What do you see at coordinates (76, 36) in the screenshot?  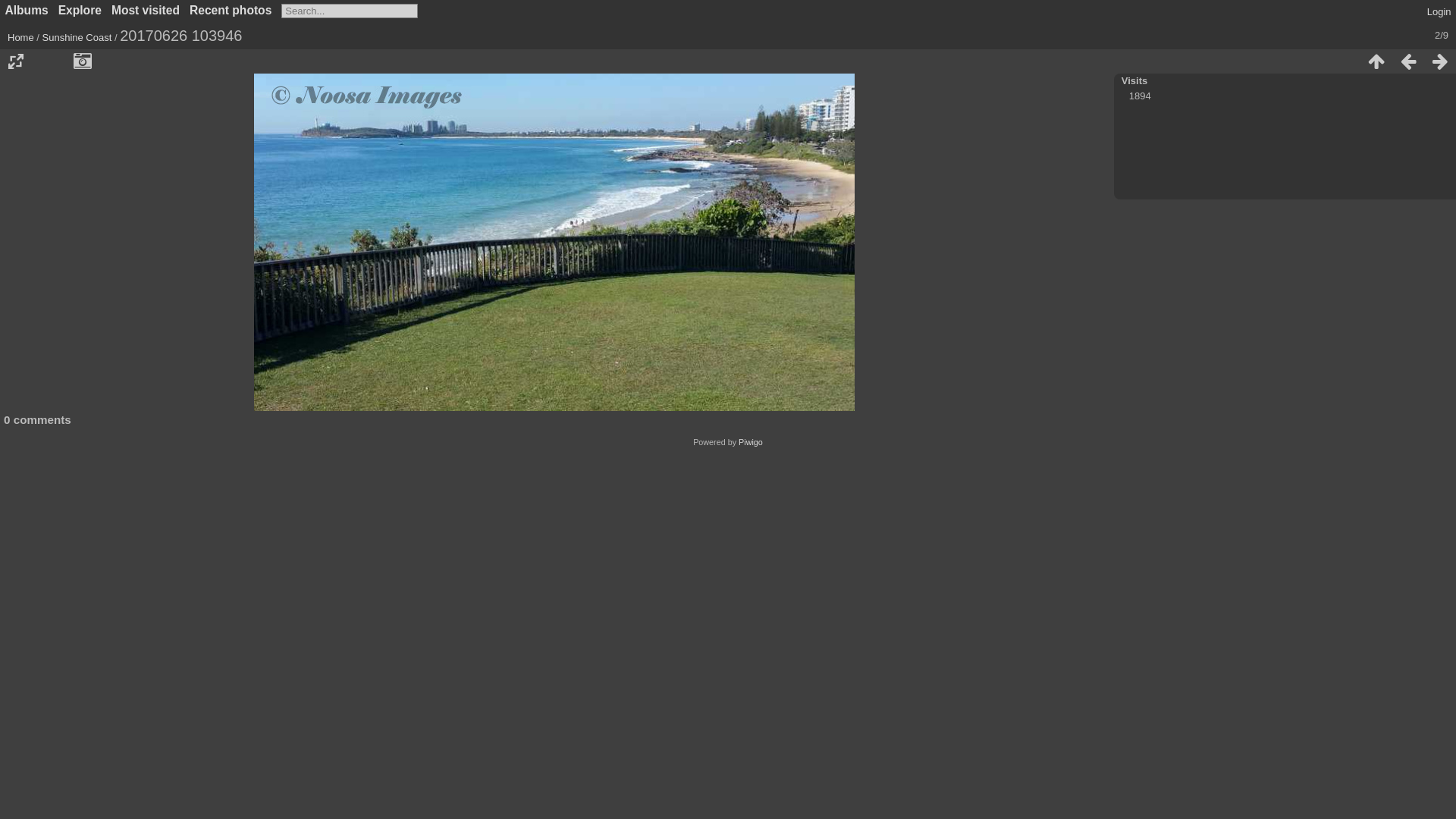 I see `'Sunshine Coast'` at bounding box center [76, 36].